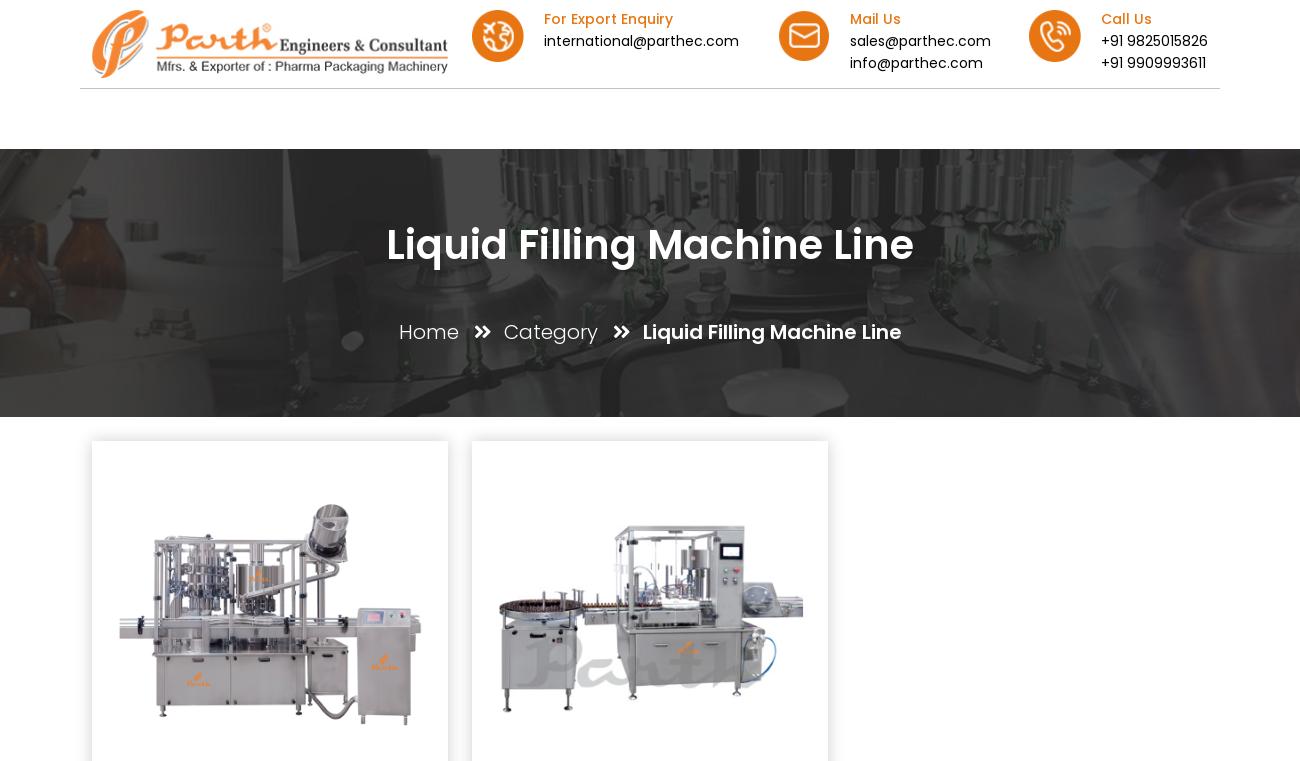 This screenshot has width=1300, height=761. What do you see at coordinates (761, 590) in the screenshot?
I see `'Mobile / WhatsApp'` at bounding box center [761, 590].